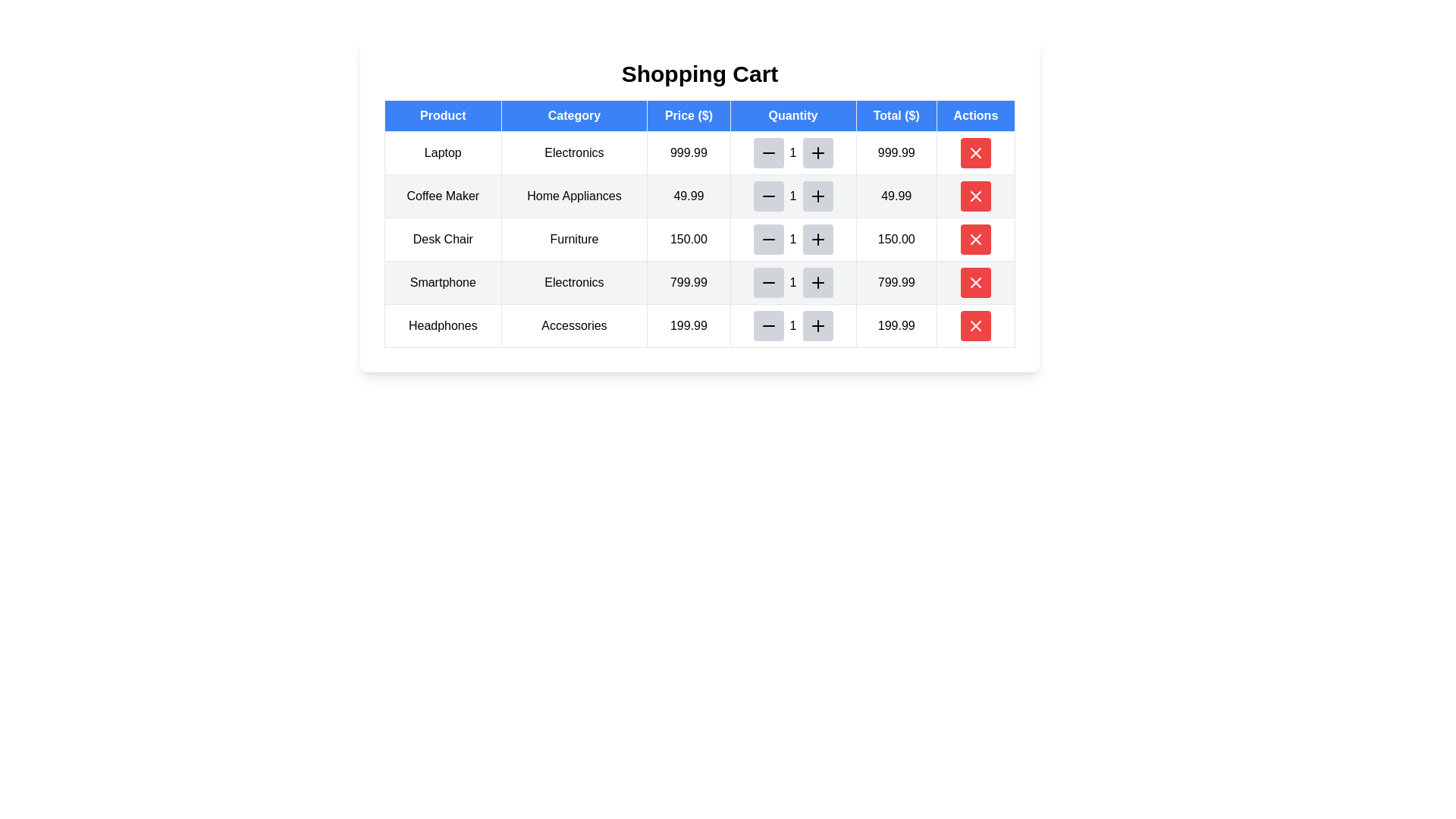  What do you see at coordinates (768, 239) in the screenshot?
I see `the decrement button for the 'Desk Chair'` at bounding box center [768, 239].